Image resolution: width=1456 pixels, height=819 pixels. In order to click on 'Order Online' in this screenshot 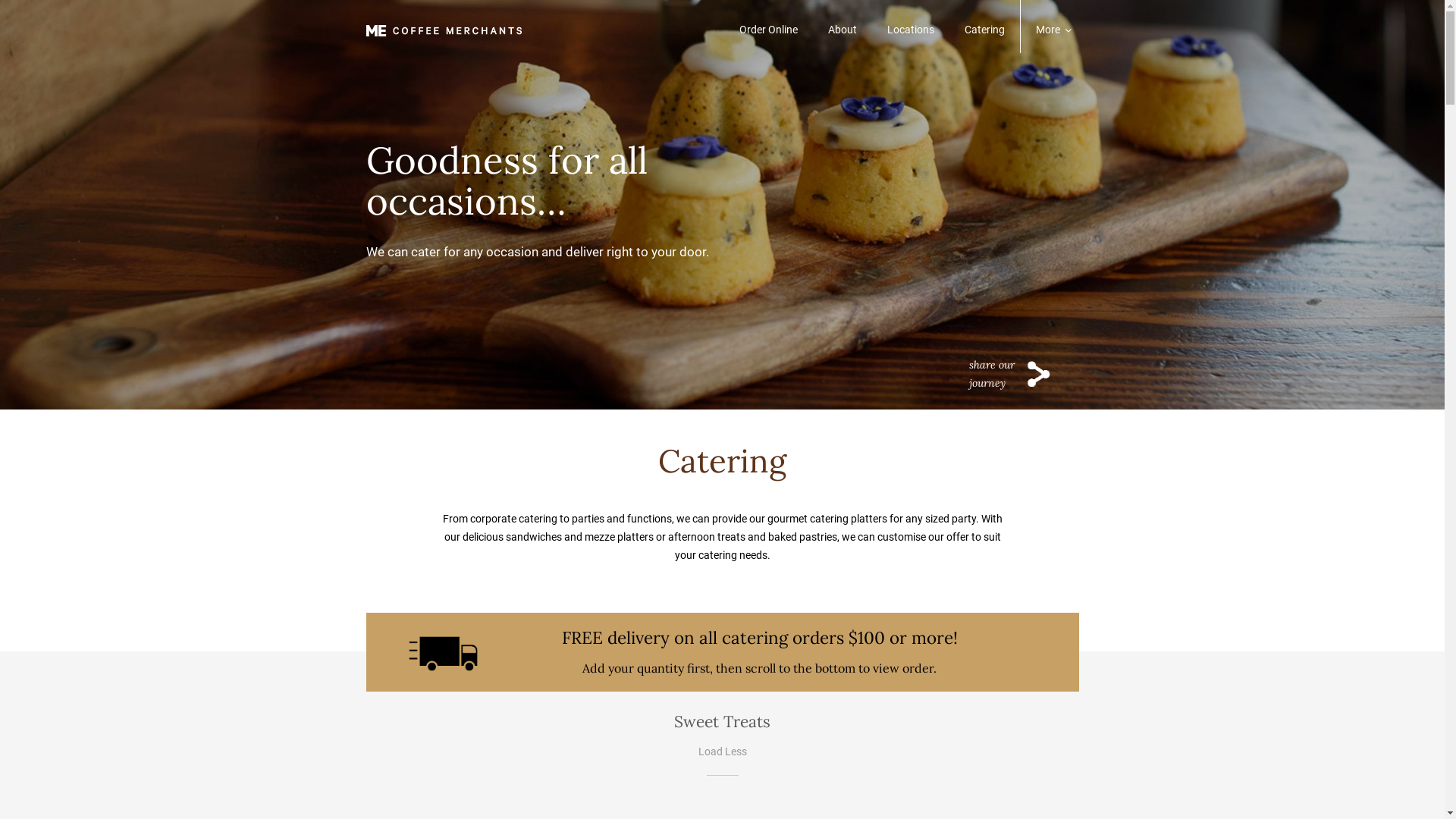, I will do `click(767, 29)`.